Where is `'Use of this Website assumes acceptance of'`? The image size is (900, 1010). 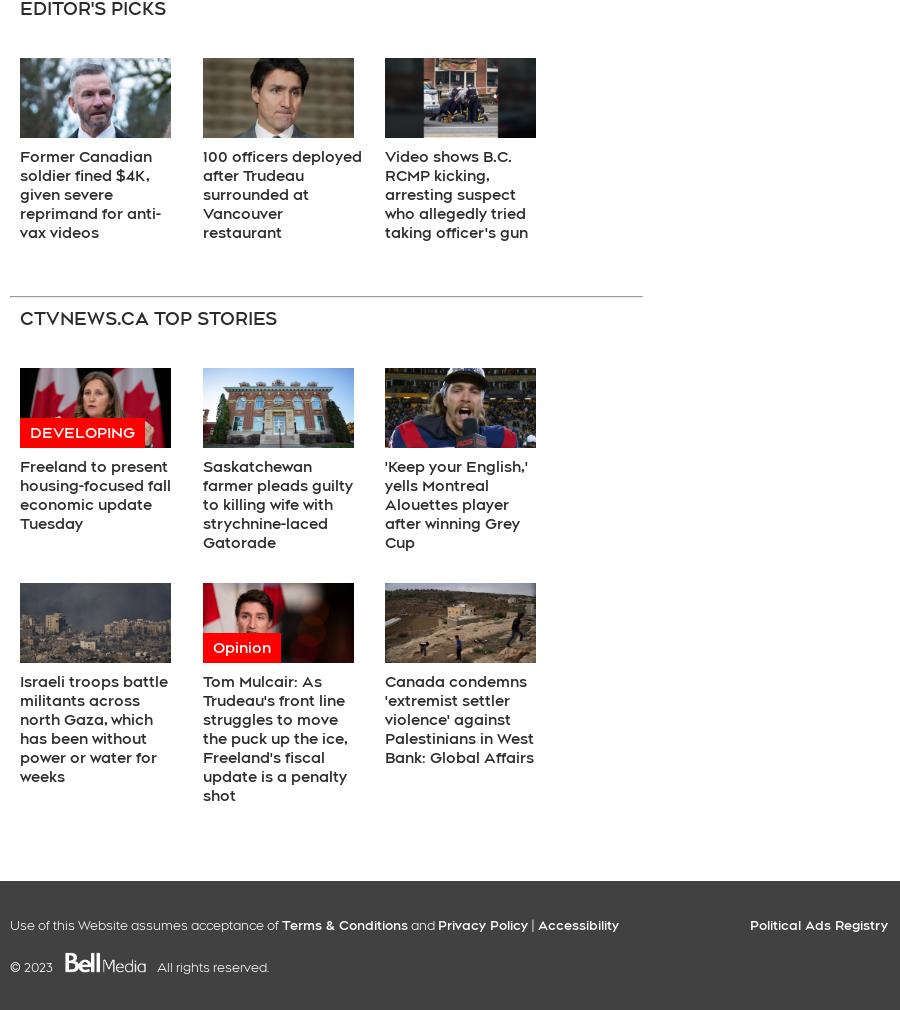 'Use of this Website assumes acceptance of' is located at coordinates (145, 924).